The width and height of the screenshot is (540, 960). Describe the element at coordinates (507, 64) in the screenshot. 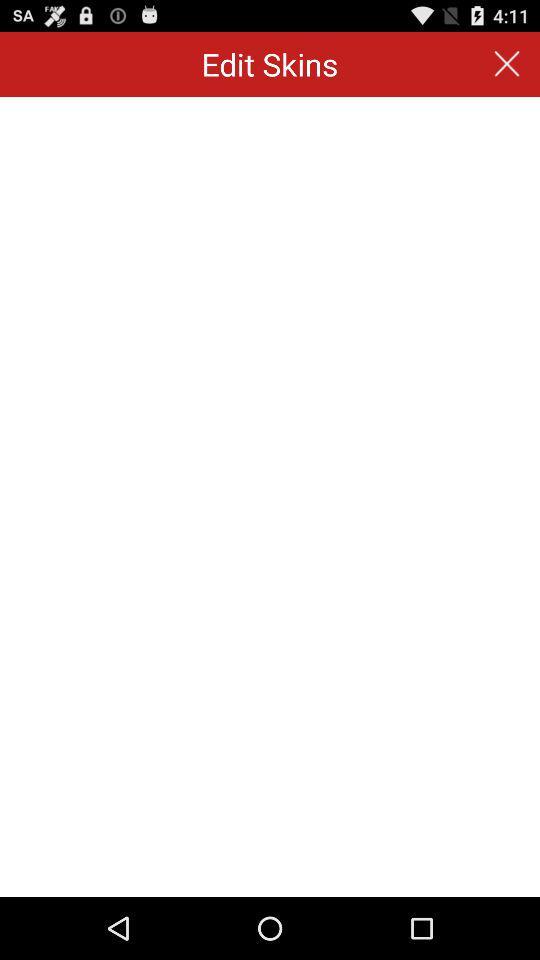

I see `close` at that location.